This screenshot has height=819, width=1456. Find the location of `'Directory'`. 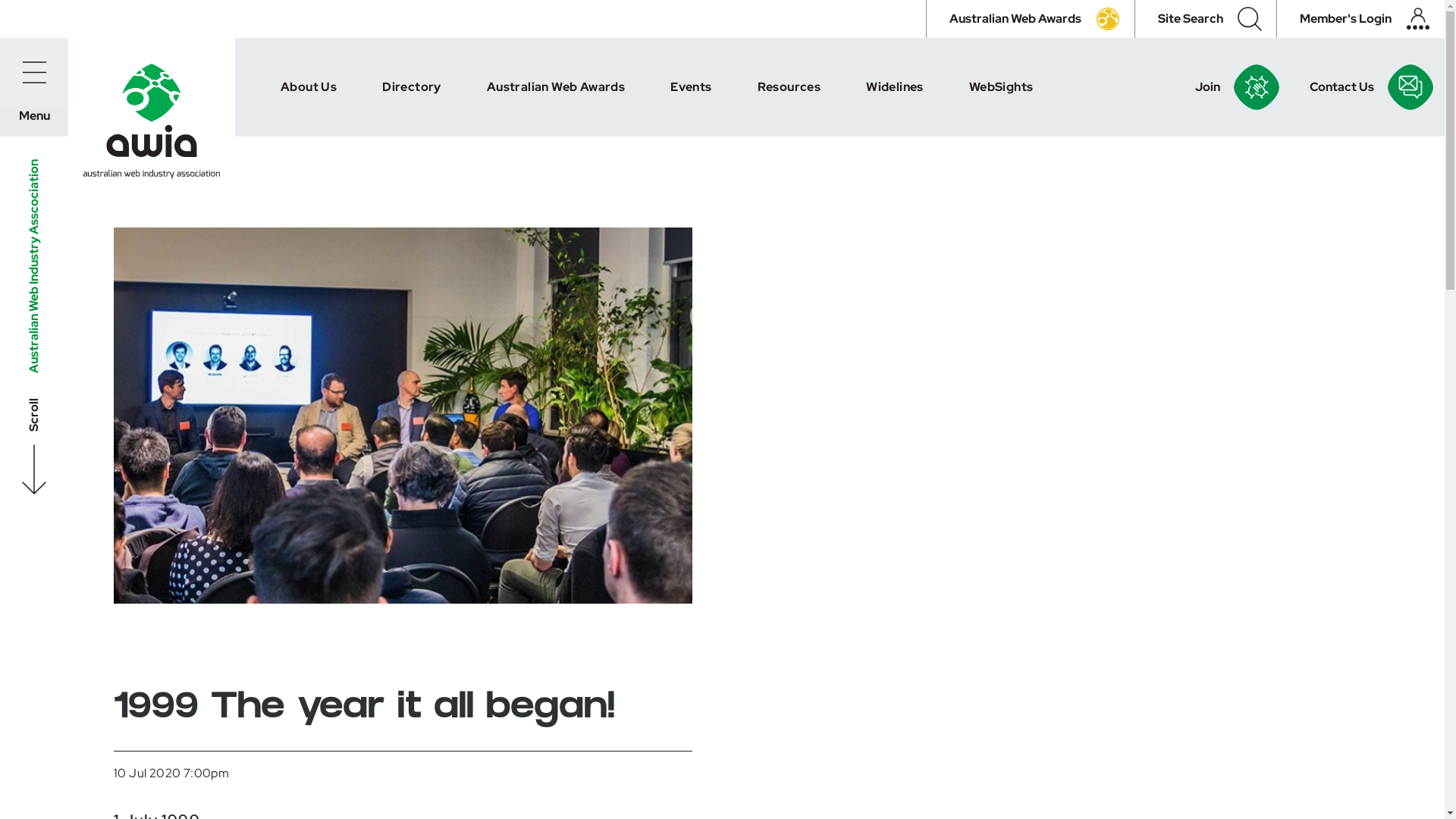

'Directory' is located at coordinates (411, 87).